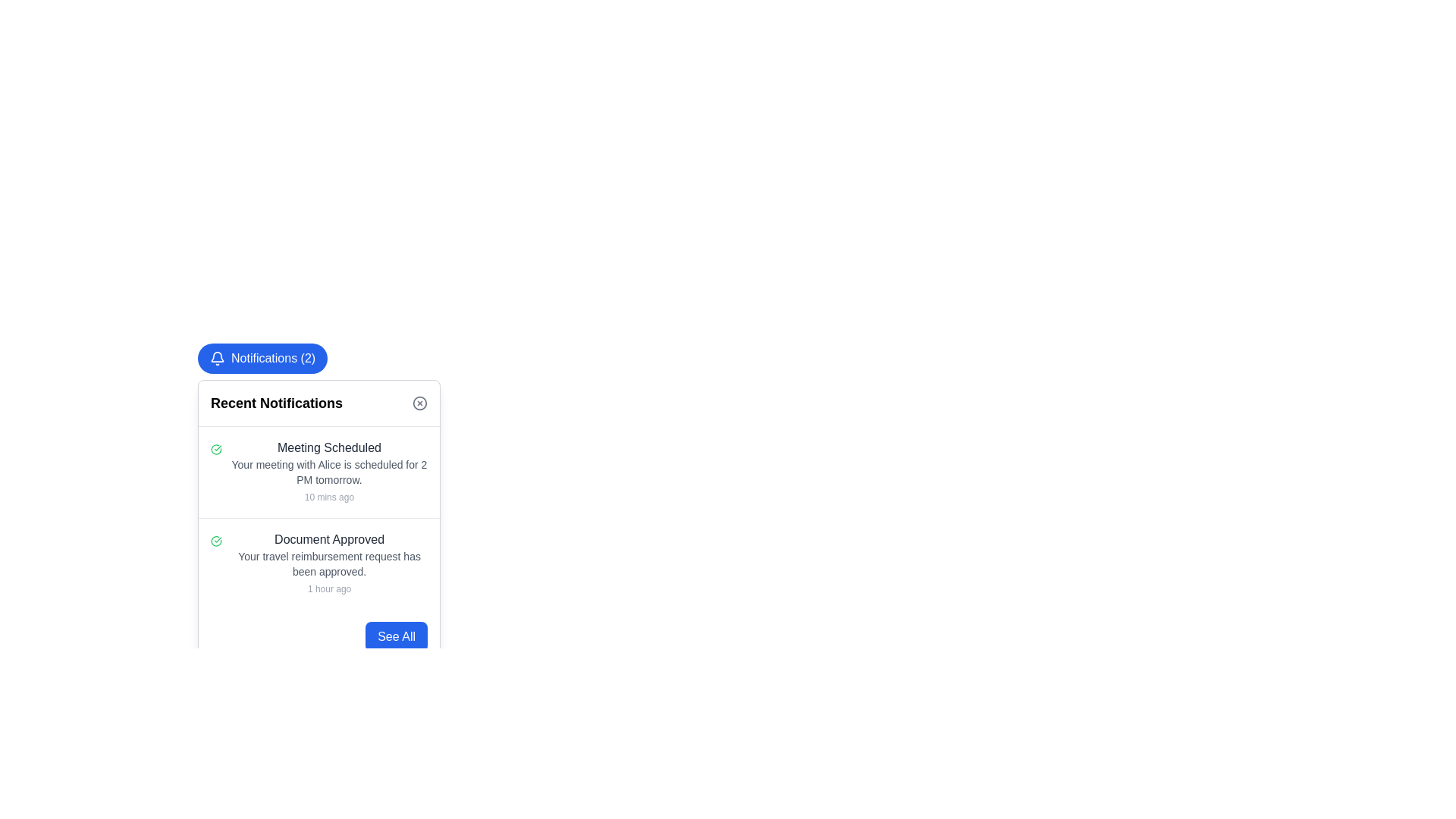  What do you see at coordinates (328, 472) in the screenshot?
I see `the text label indicating a scheduled meeting with Alice` at bounding box center [328, 472].